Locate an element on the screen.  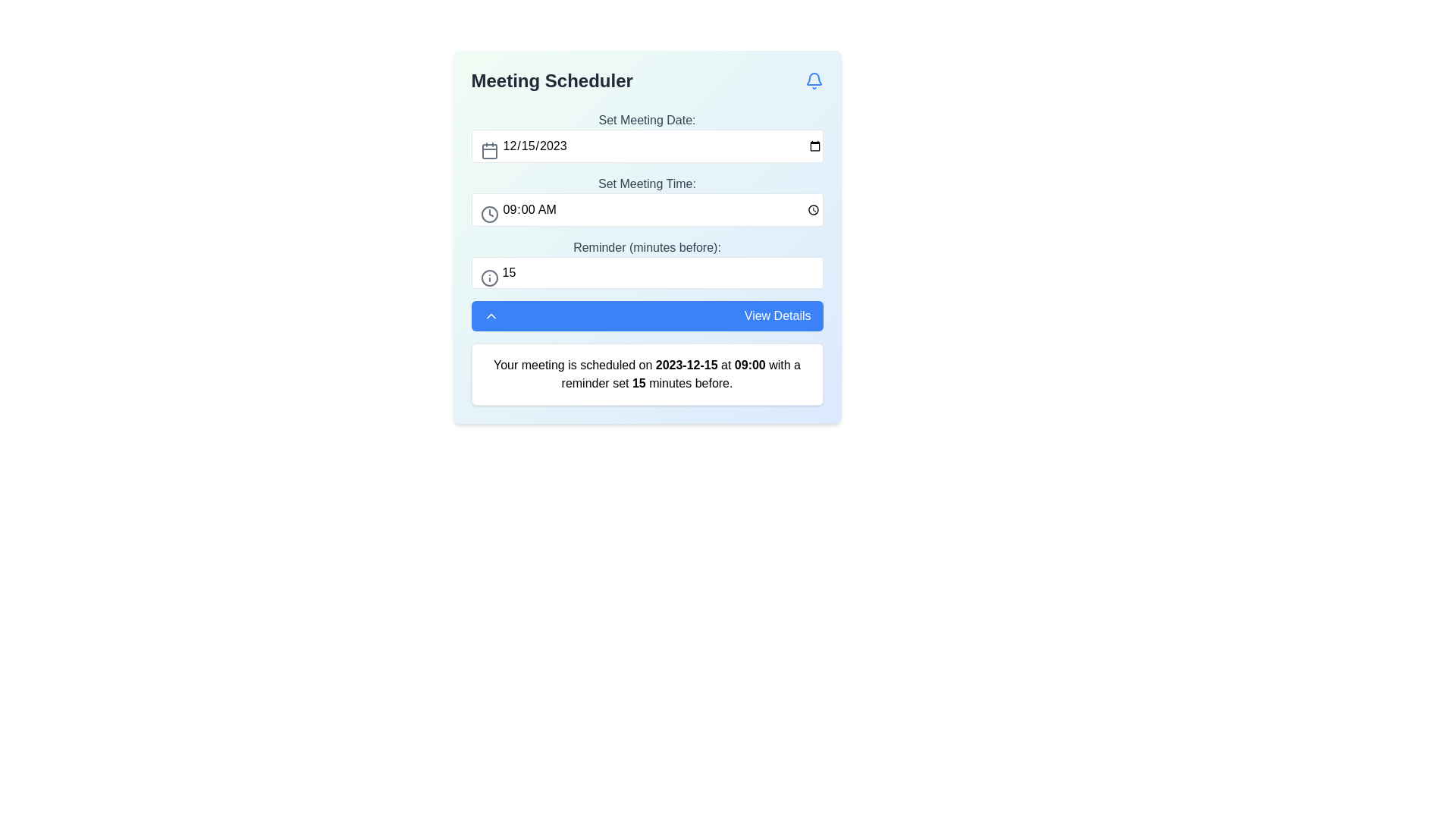
the circular graphical element that is part of the clock icon, located to the left of the '09:00 AM' time input field under the 'Set Meeting Time' heading is located at coordinates (489, 214).